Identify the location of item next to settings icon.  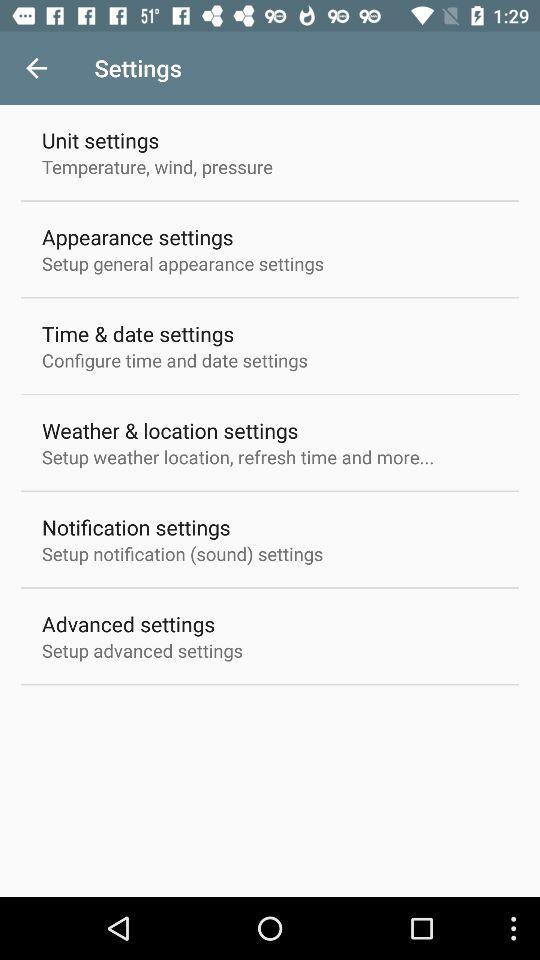
(36, 68).